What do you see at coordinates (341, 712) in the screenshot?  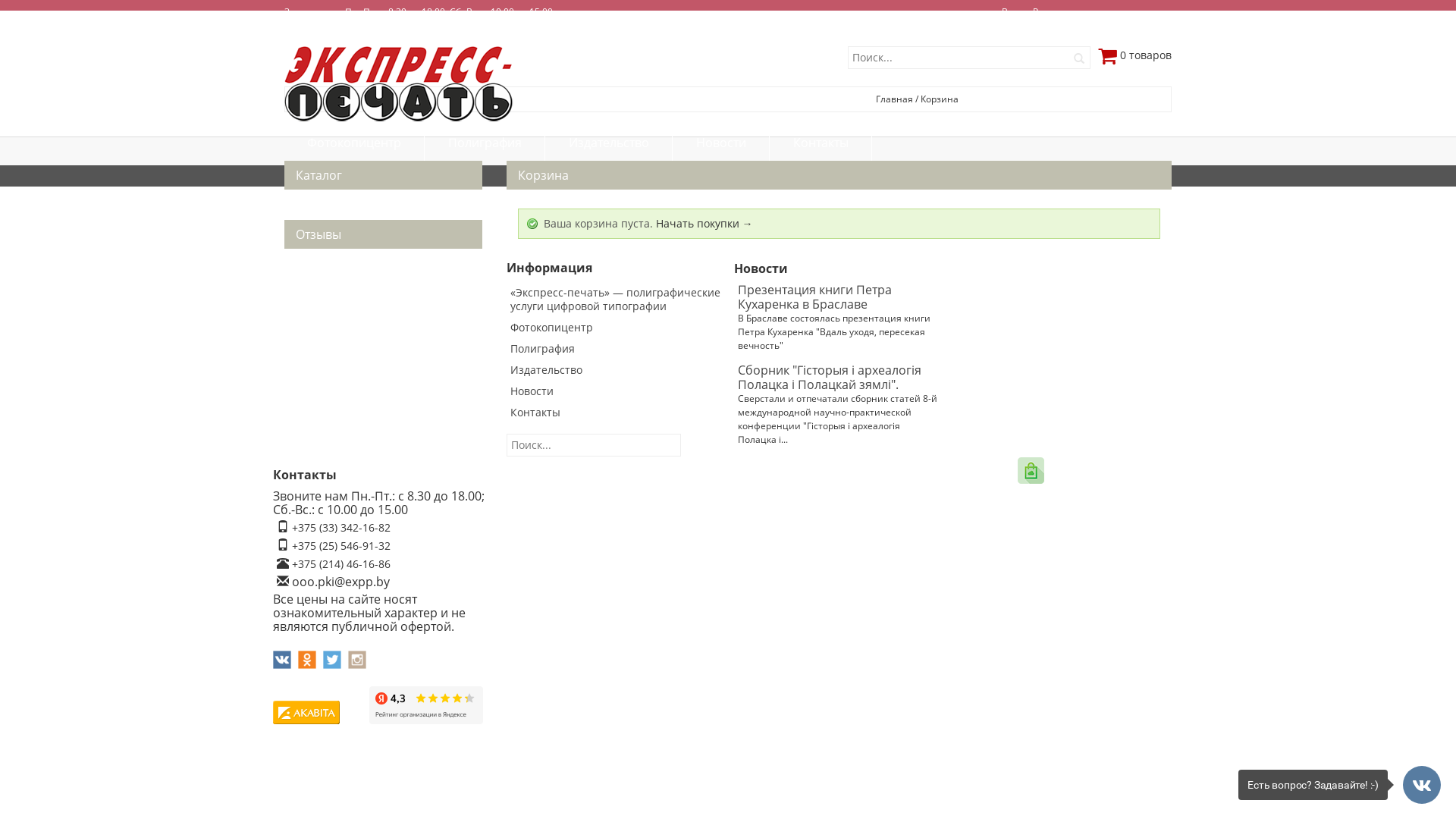 I see `'LiveInternet'` at bounding box center [341, 712].